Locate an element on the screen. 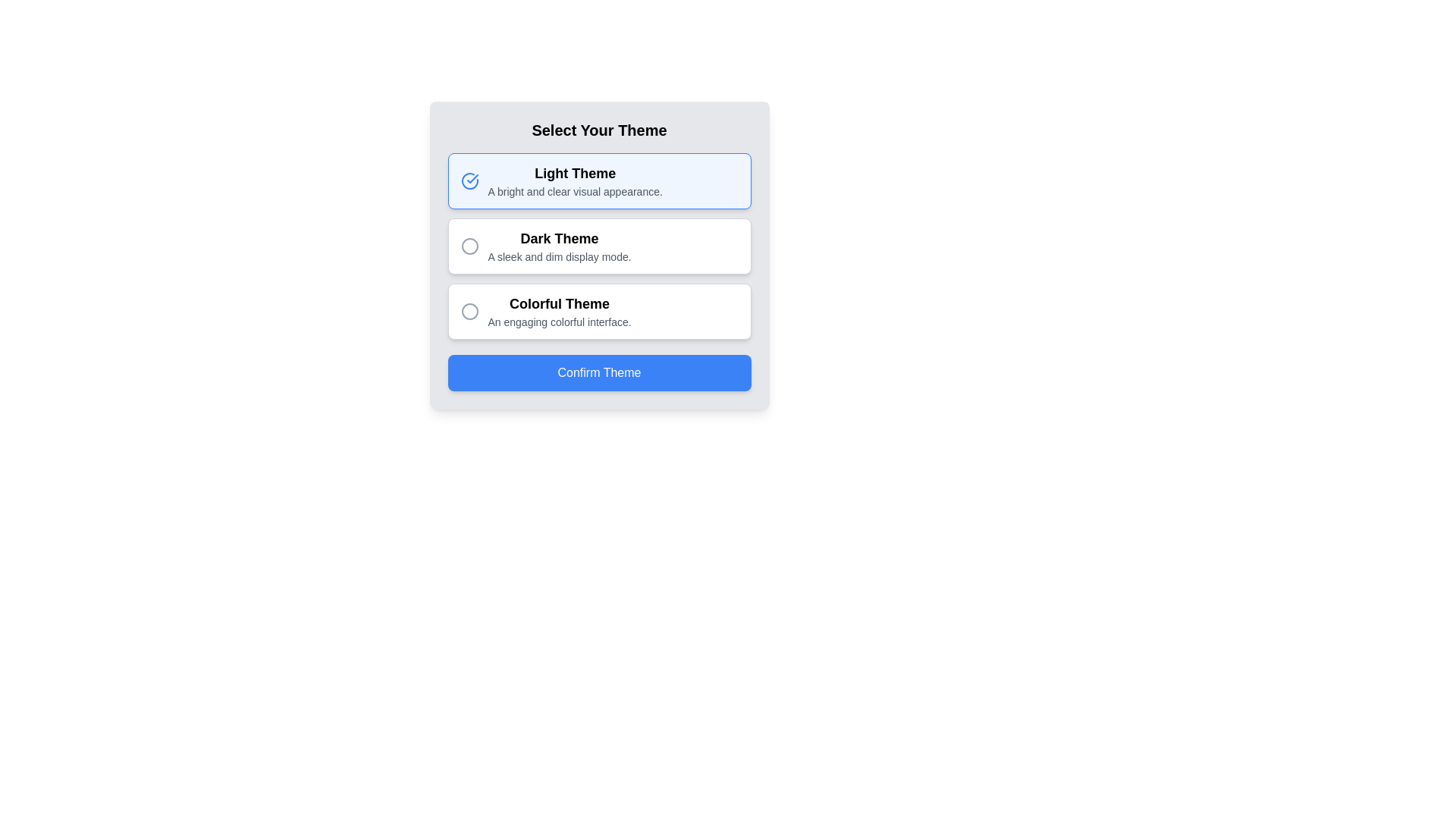 The width and height of the screenshot is (1456, 819). the Radio button indicator for the 'Colorful Theme' option is located at coordinates (469, 311).